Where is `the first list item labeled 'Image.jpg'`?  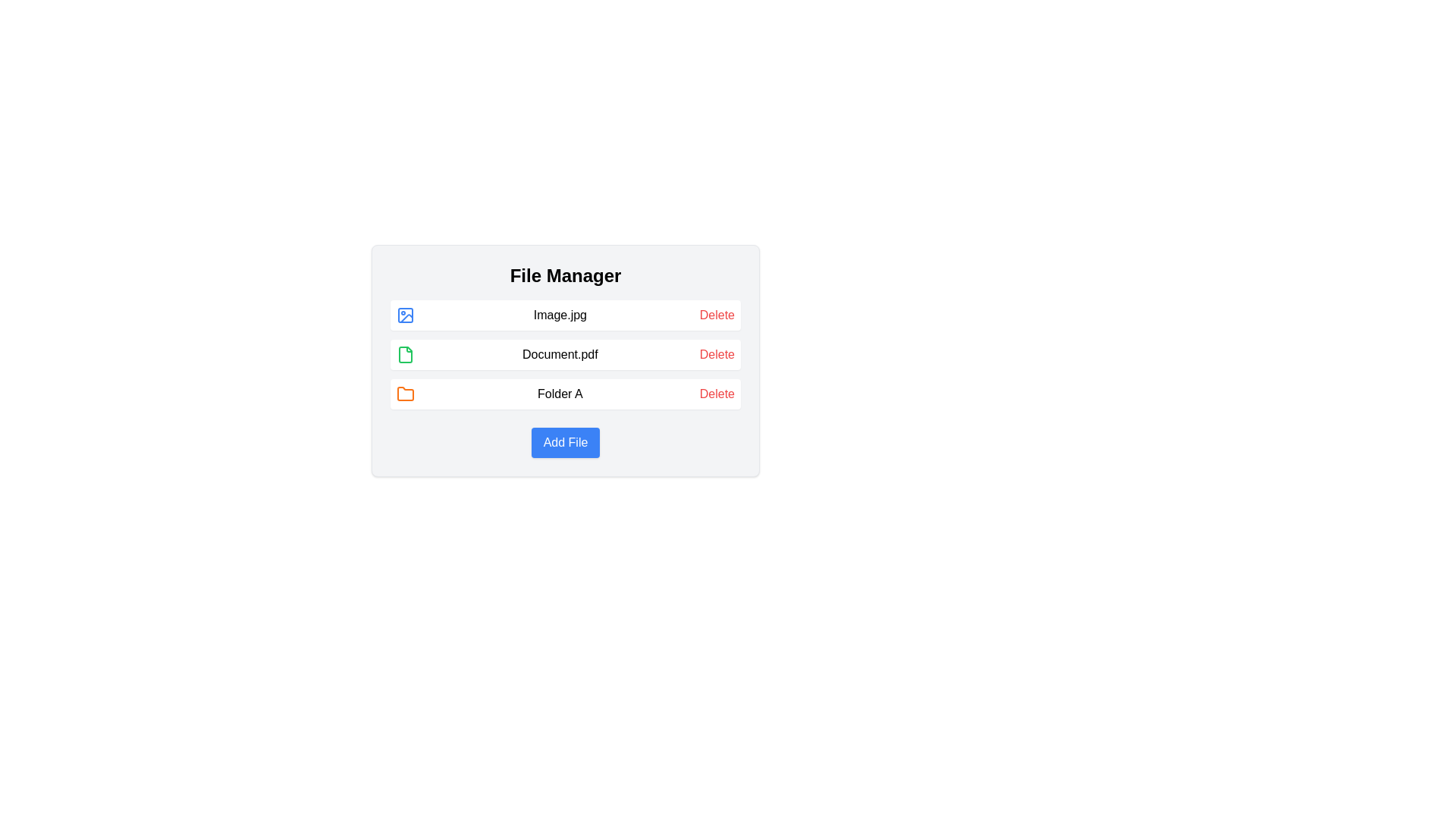
the first list item labeled 'Image.jpg' is located at coordinates (564, 315).